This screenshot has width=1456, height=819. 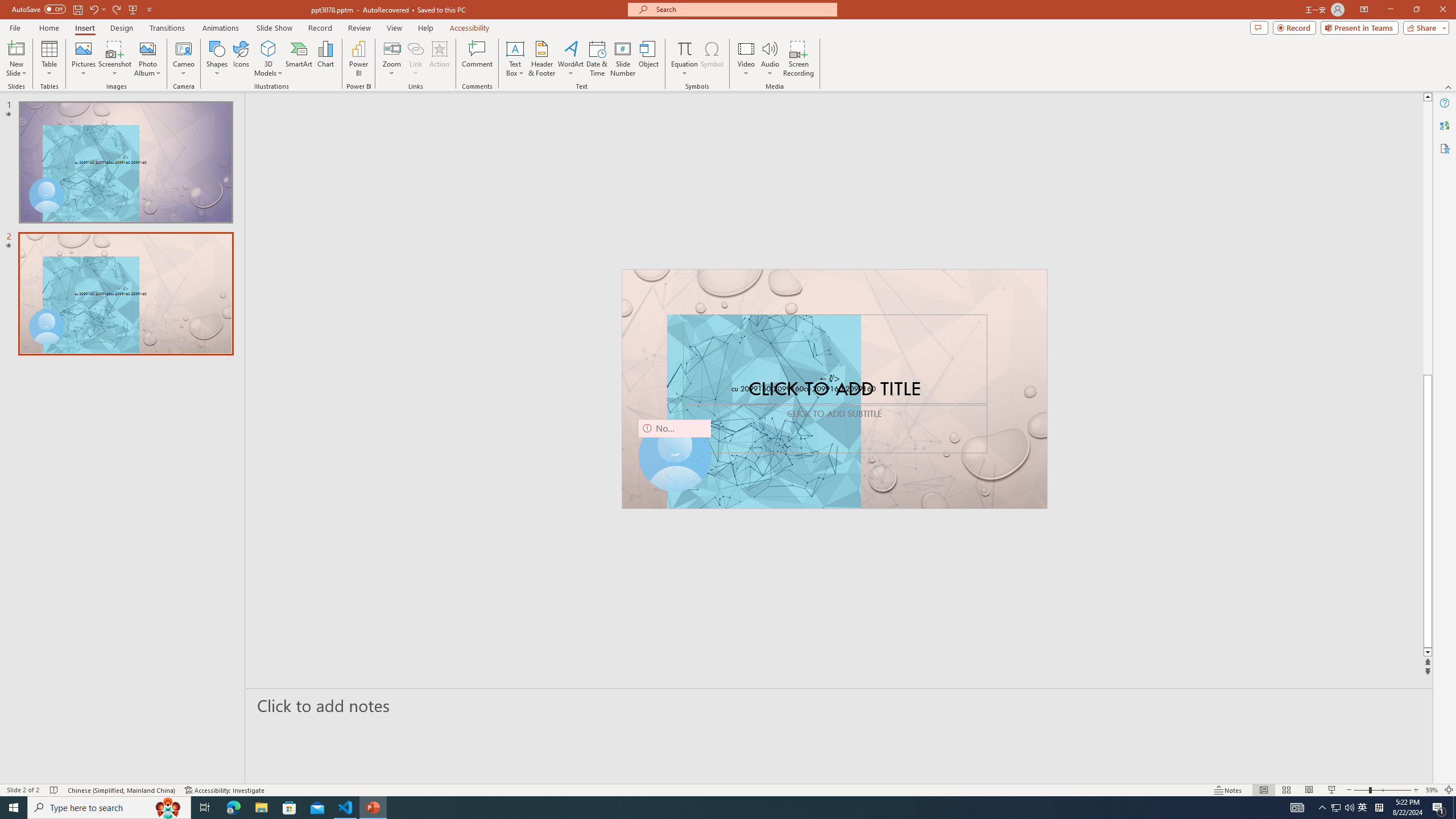 What do you see at coordinates (325, 59) in the screenshot?
I see `'Chart...'` at bounding box center [325, 59].